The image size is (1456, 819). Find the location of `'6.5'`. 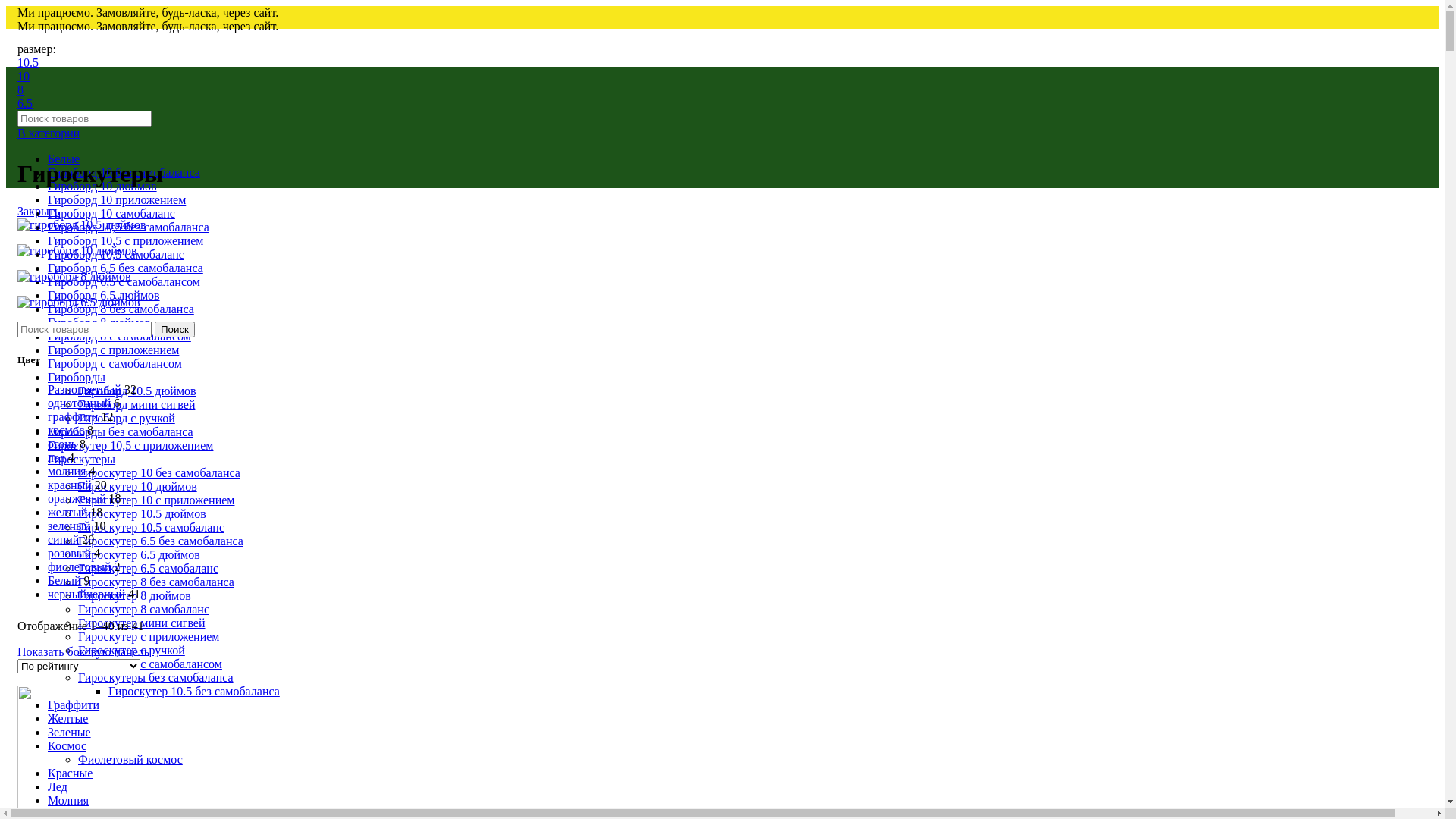

'6.5' is located at coordinates (25, 102).